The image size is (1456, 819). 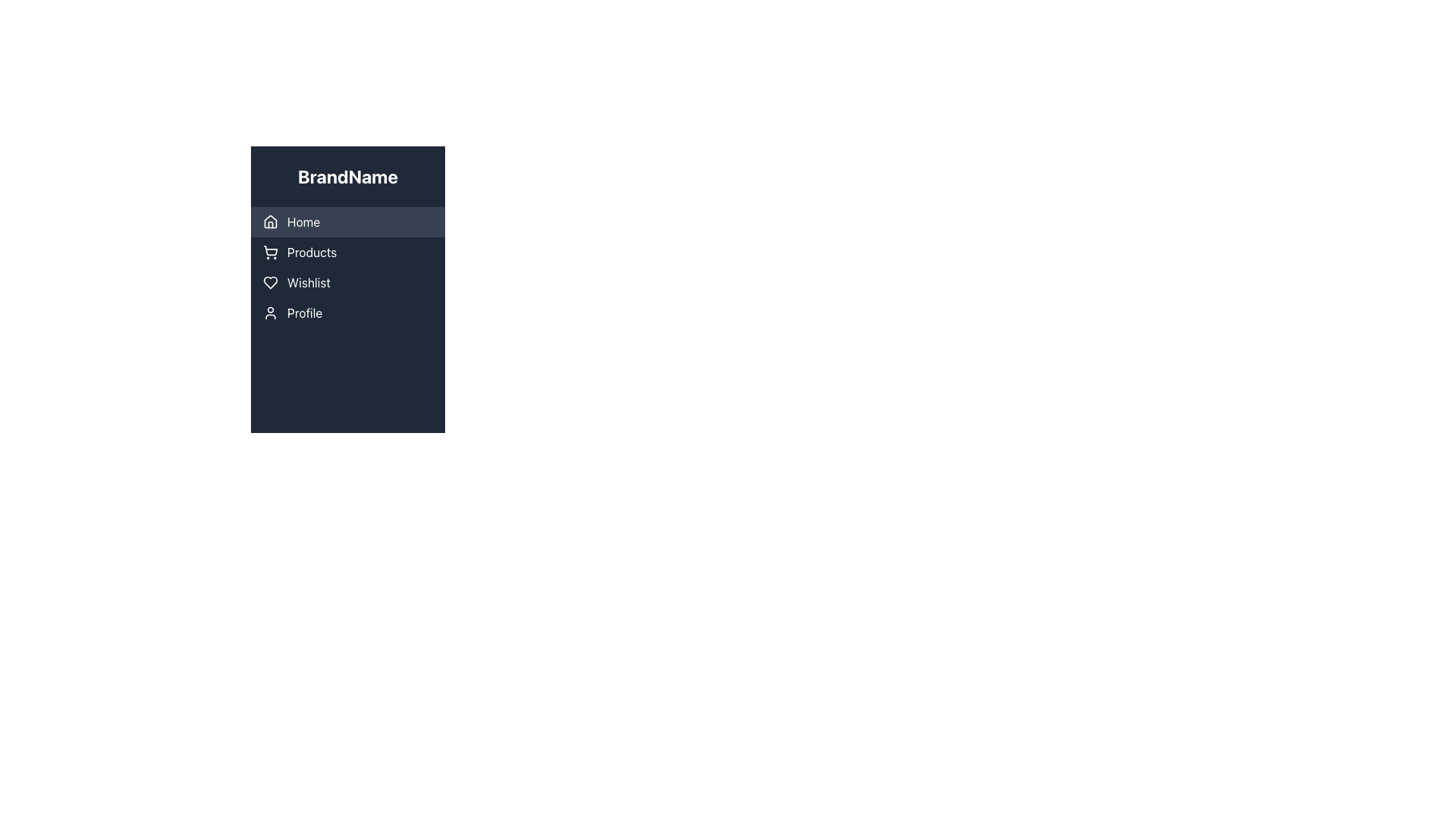 What do you see at coordinates (308, 283) in the screenshot?
I see `the 'Wishlist' text label element in the vertical navigation menu, which is the third item below 'Products' and above 'Profile'` at bounding box center [308, 283].